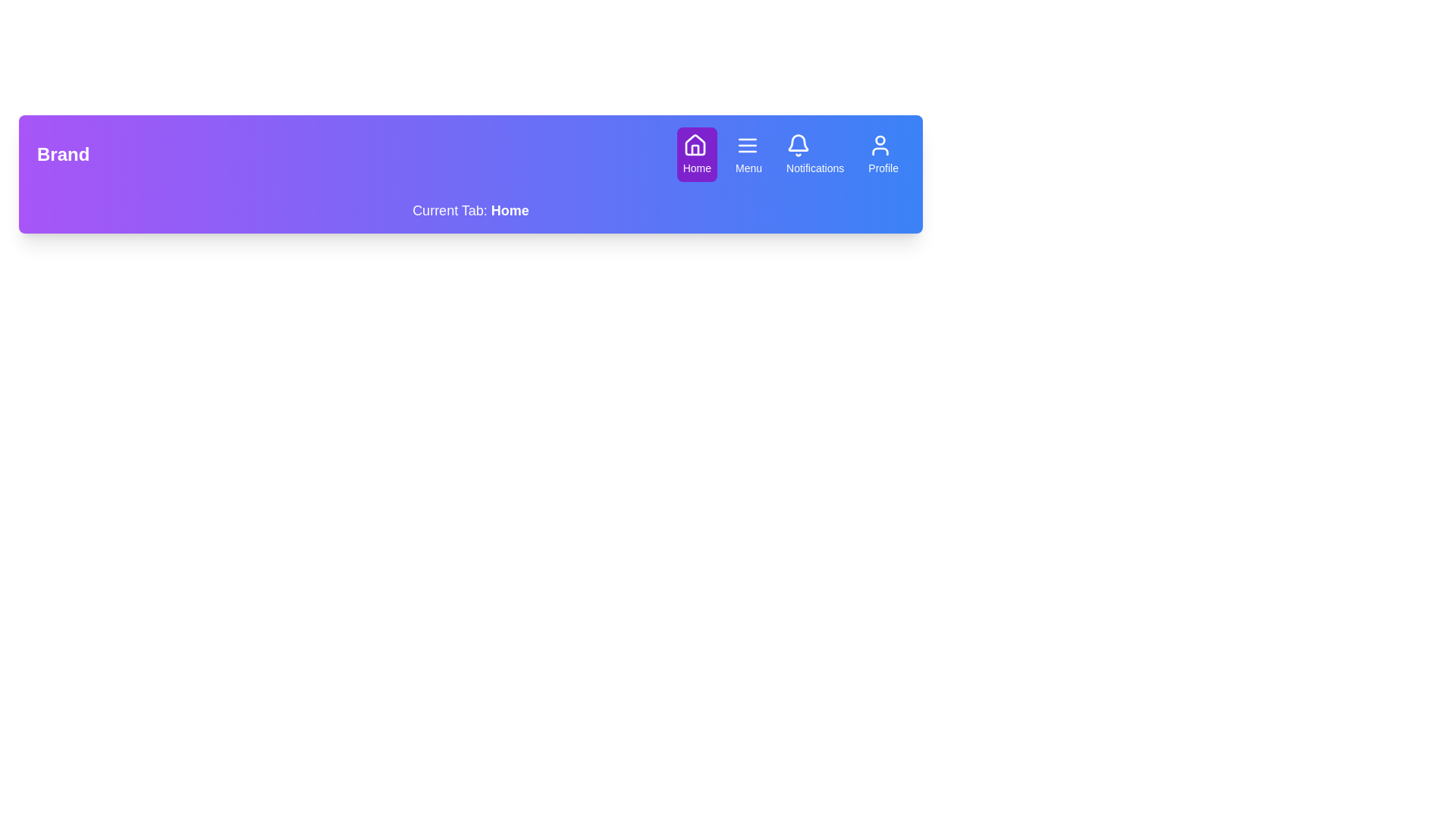 This screenshot has height=819, width=1456. What do you see at coordinates (748, 155) in the screenshot?
I see `the 'Menu' button, which is a button-like icon with three horizontal bars and labeled 'Menu', located` at bounding box center [748, 155].